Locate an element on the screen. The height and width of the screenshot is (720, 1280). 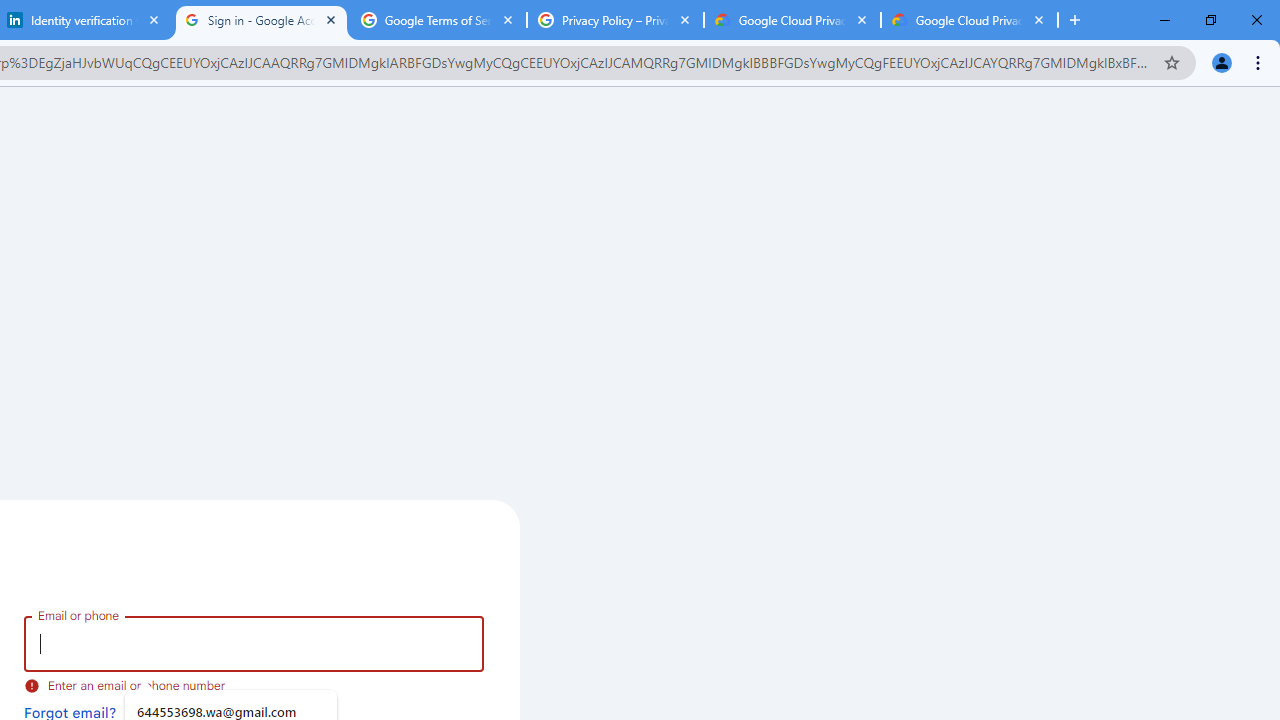
'Email or phone' is located at coordinates (253, 643).